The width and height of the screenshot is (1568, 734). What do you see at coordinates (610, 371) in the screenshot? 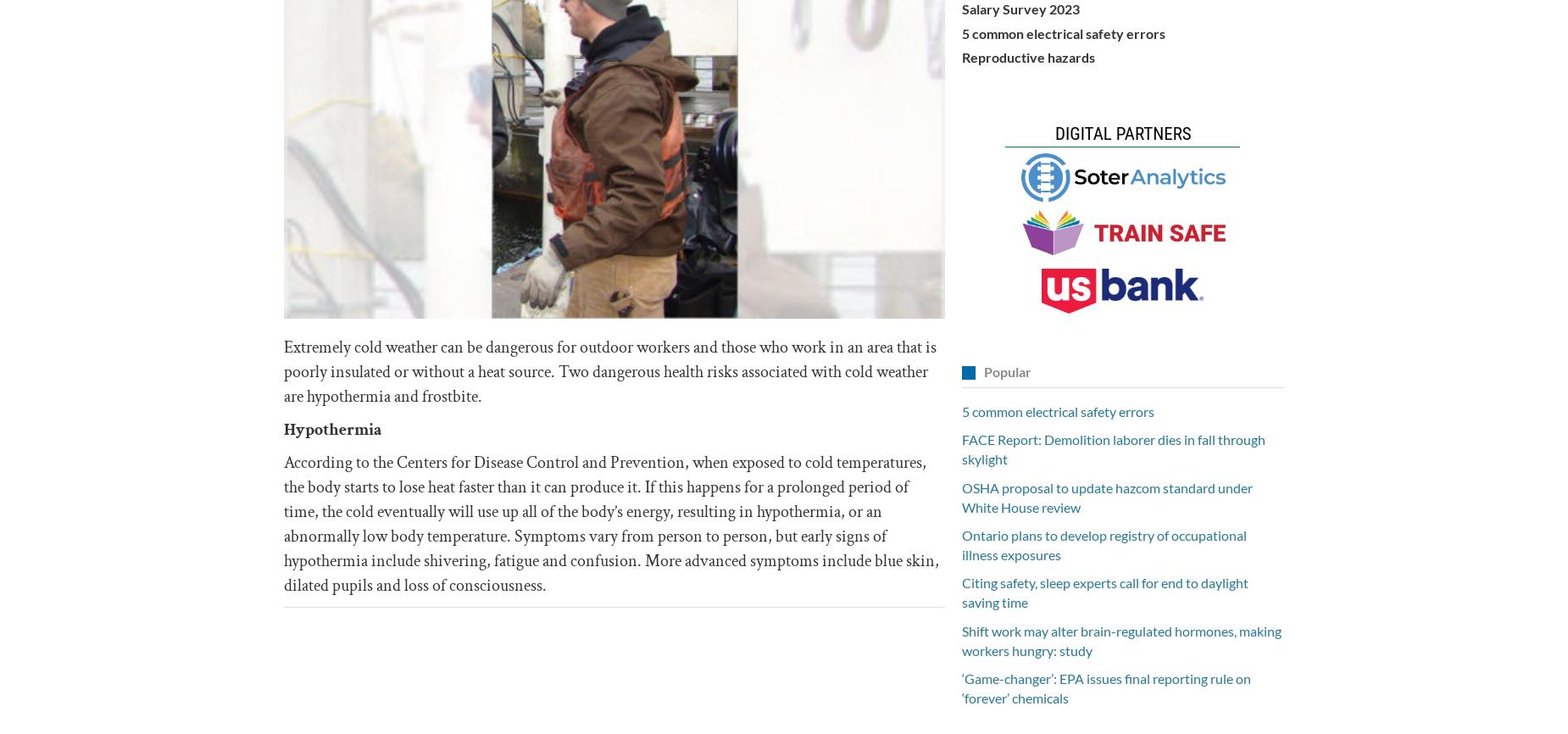
I see `'Extremely cold weather can be dangerous for outdoor workers and those who work in an area that is poorly insulated or without a heat source. Two dangerous health risks associated with cold weather are hypothermia and frostbite.'` at bounding box center [610, 371].